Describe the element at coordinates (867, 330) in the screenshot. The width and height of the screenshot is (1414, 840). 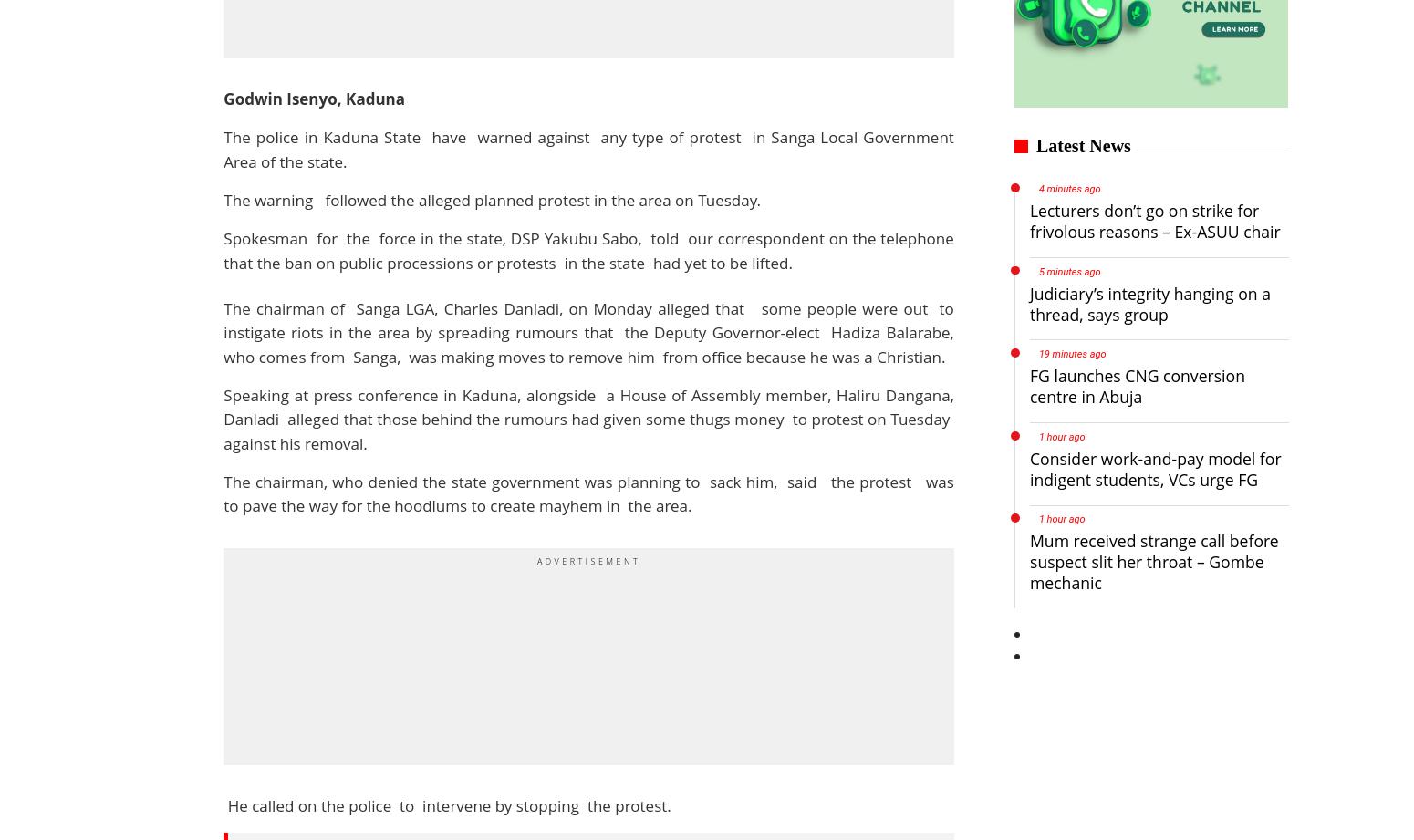
I see `'Presidential yacht delivered before public outcry, says Ndume'` at that location.